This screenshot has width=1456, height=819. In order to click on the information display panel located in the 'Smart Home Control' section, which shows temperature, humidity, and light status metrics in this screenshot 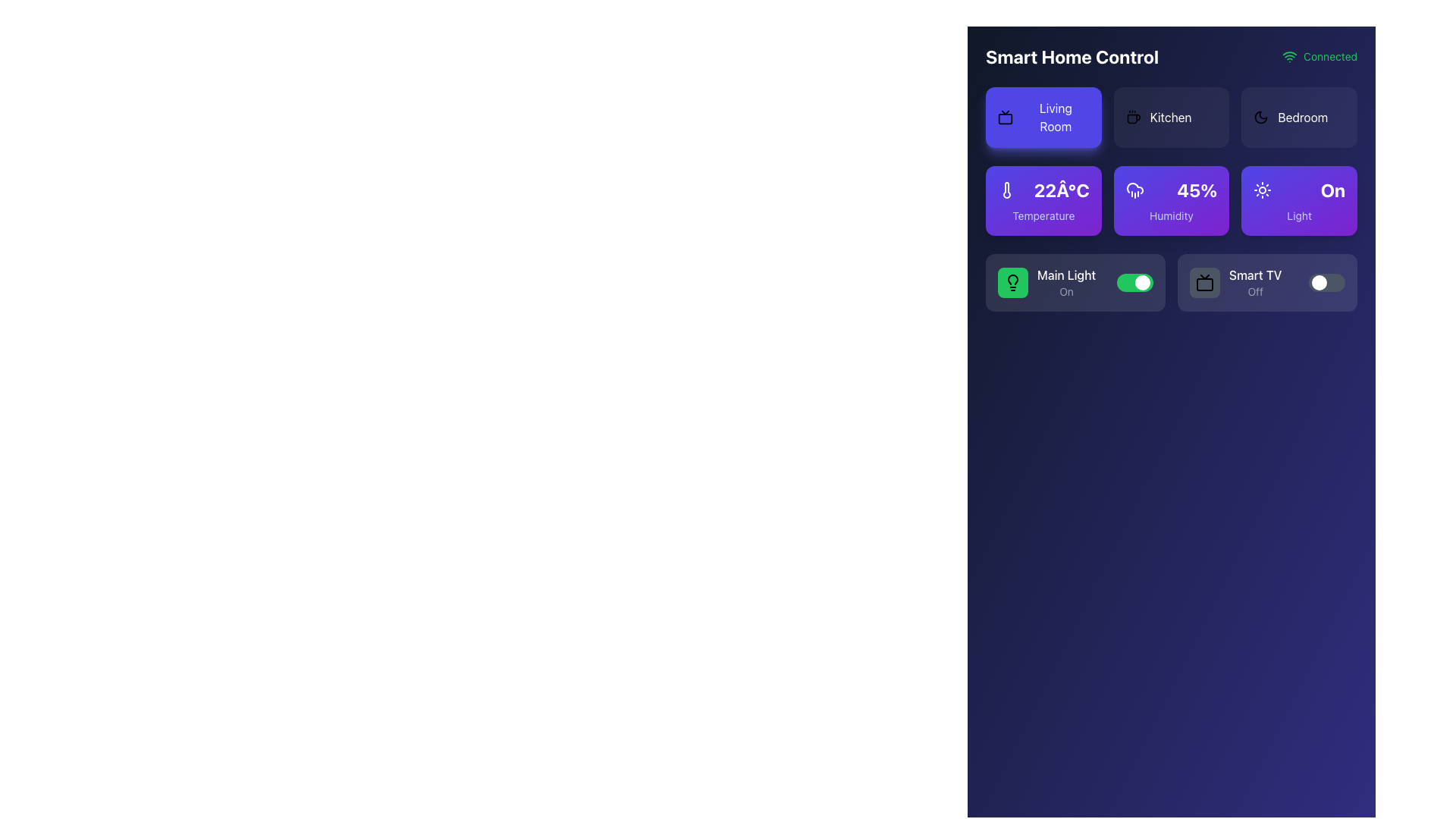, I will do `click(1171, 239)`.